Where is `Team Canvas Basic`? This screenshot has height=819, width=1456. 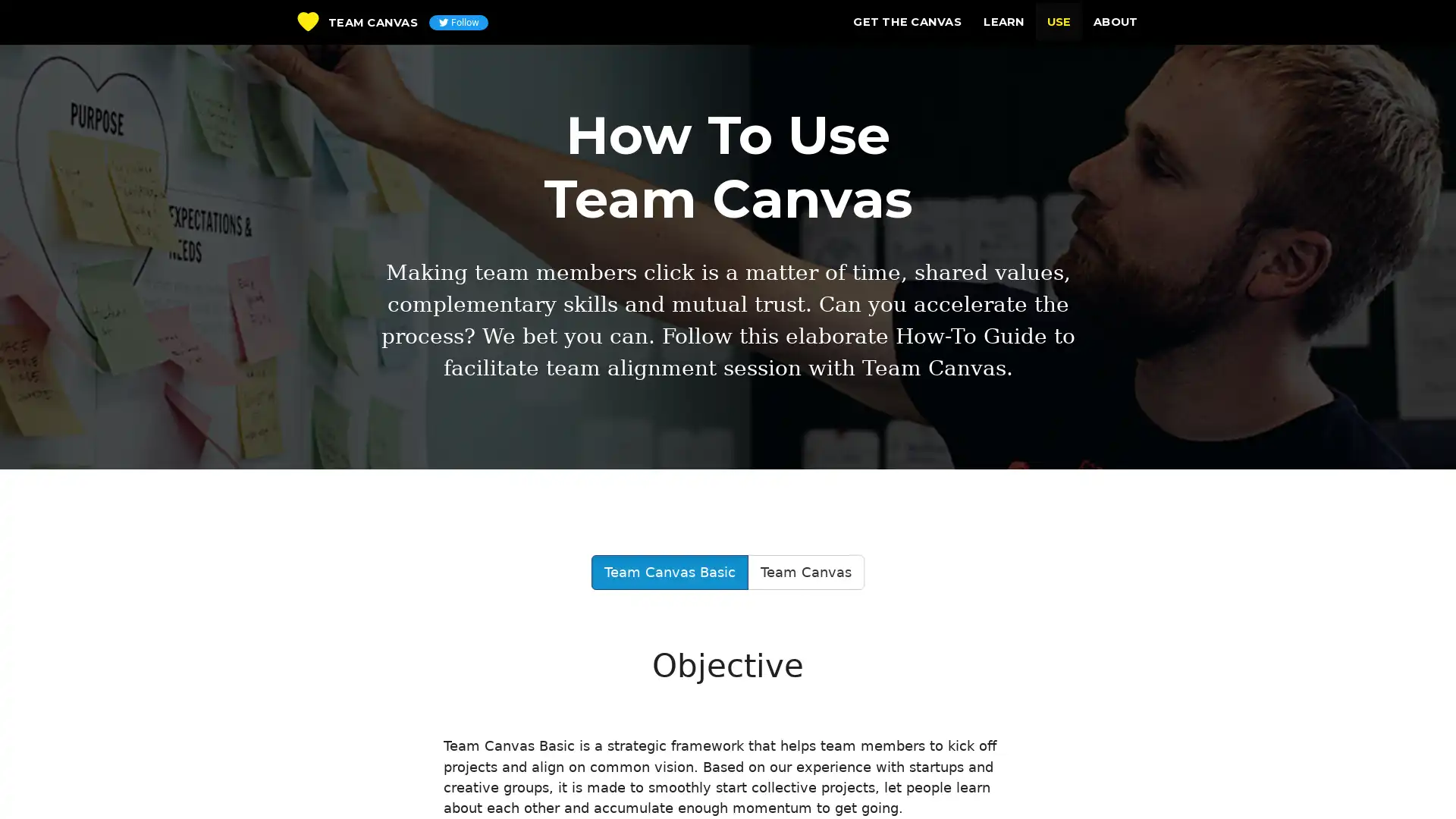
Team Canvas Basic is located at coordinates (669, 573).